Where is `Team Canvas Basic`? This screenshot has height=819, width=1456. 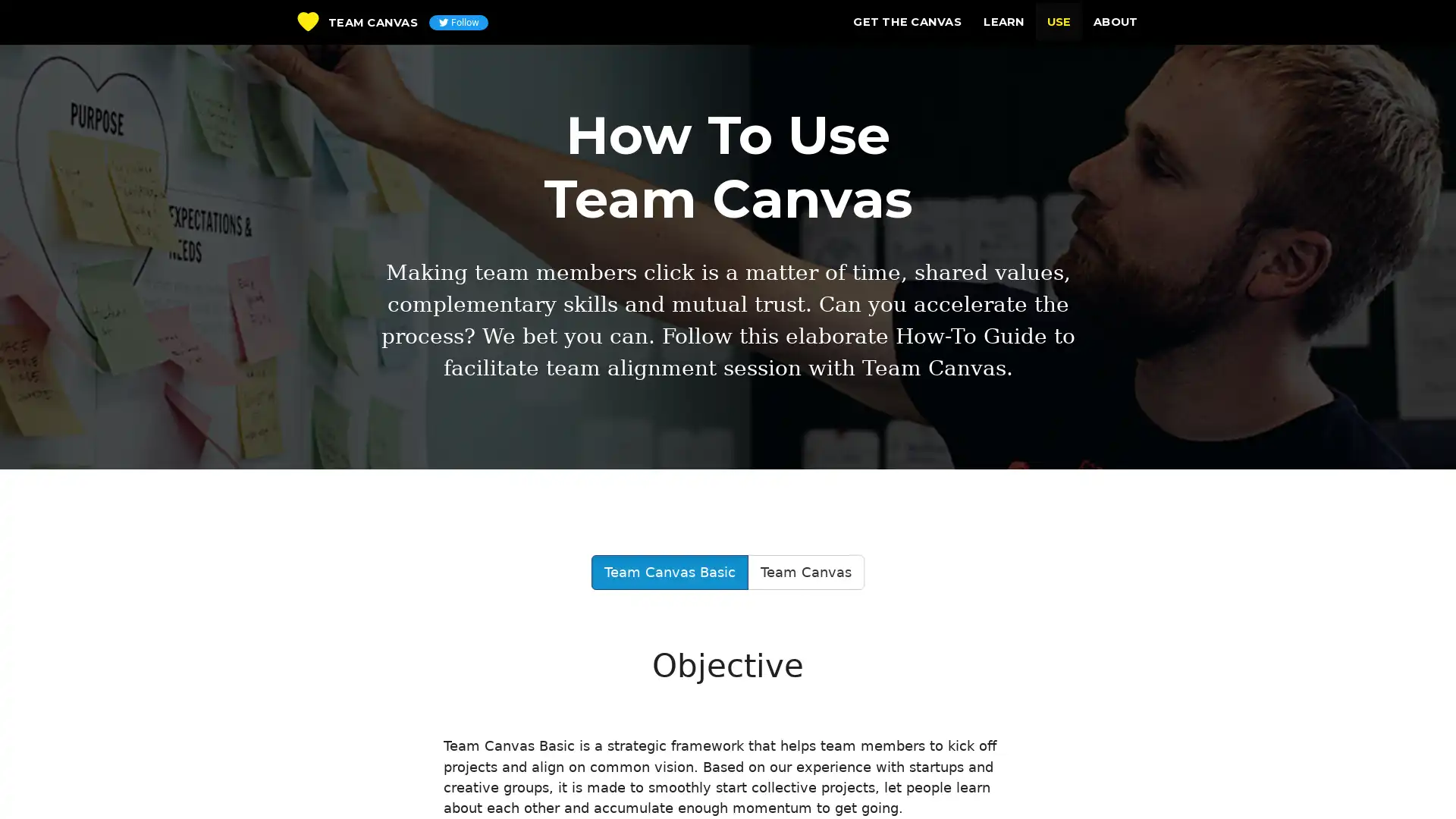
Team Canvas Basic is located at coordinates (669, 573).